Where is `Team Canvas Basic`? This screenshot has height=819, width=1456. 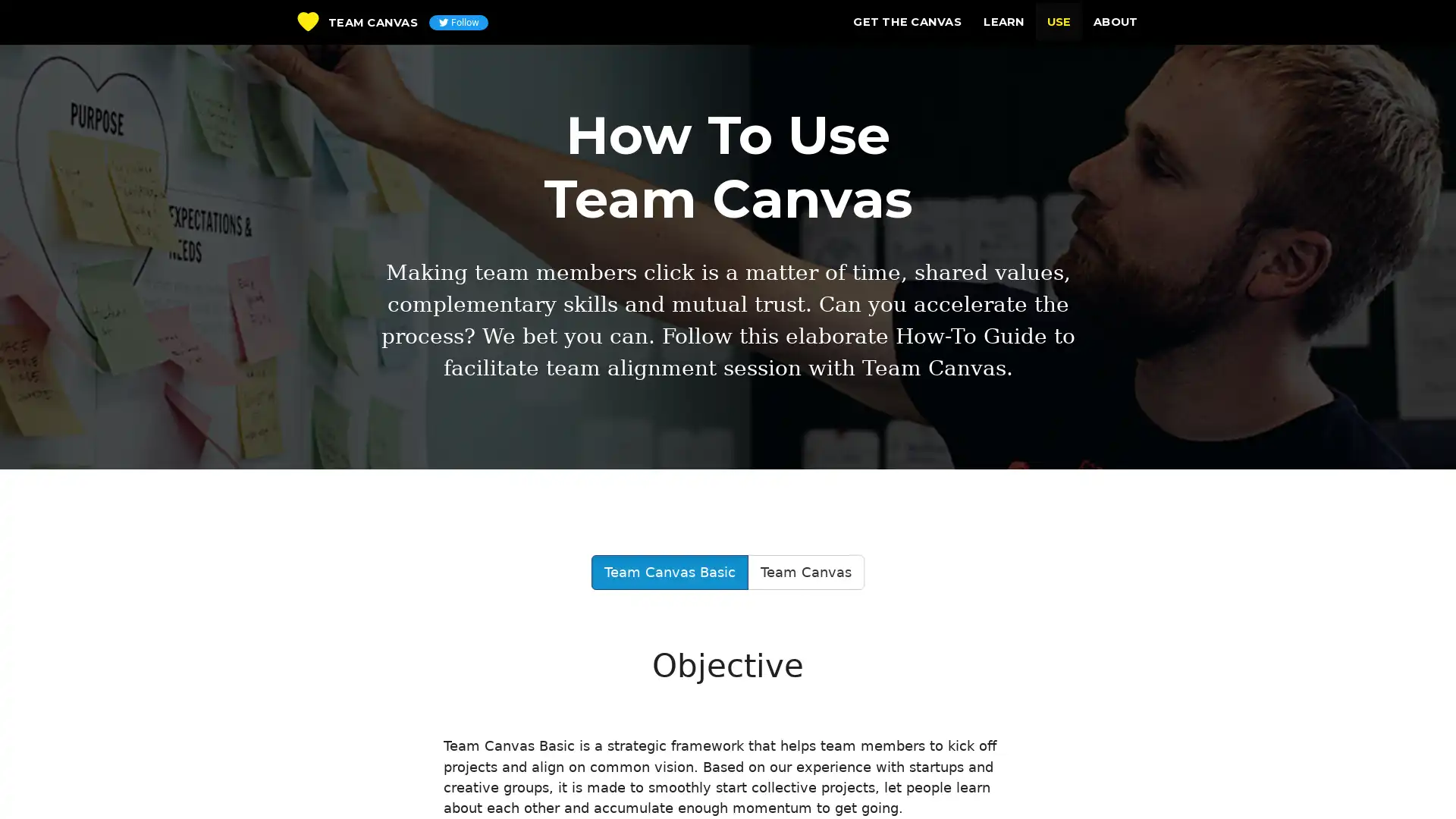
Team Canvas Basic is located at coordinates (669, 573).